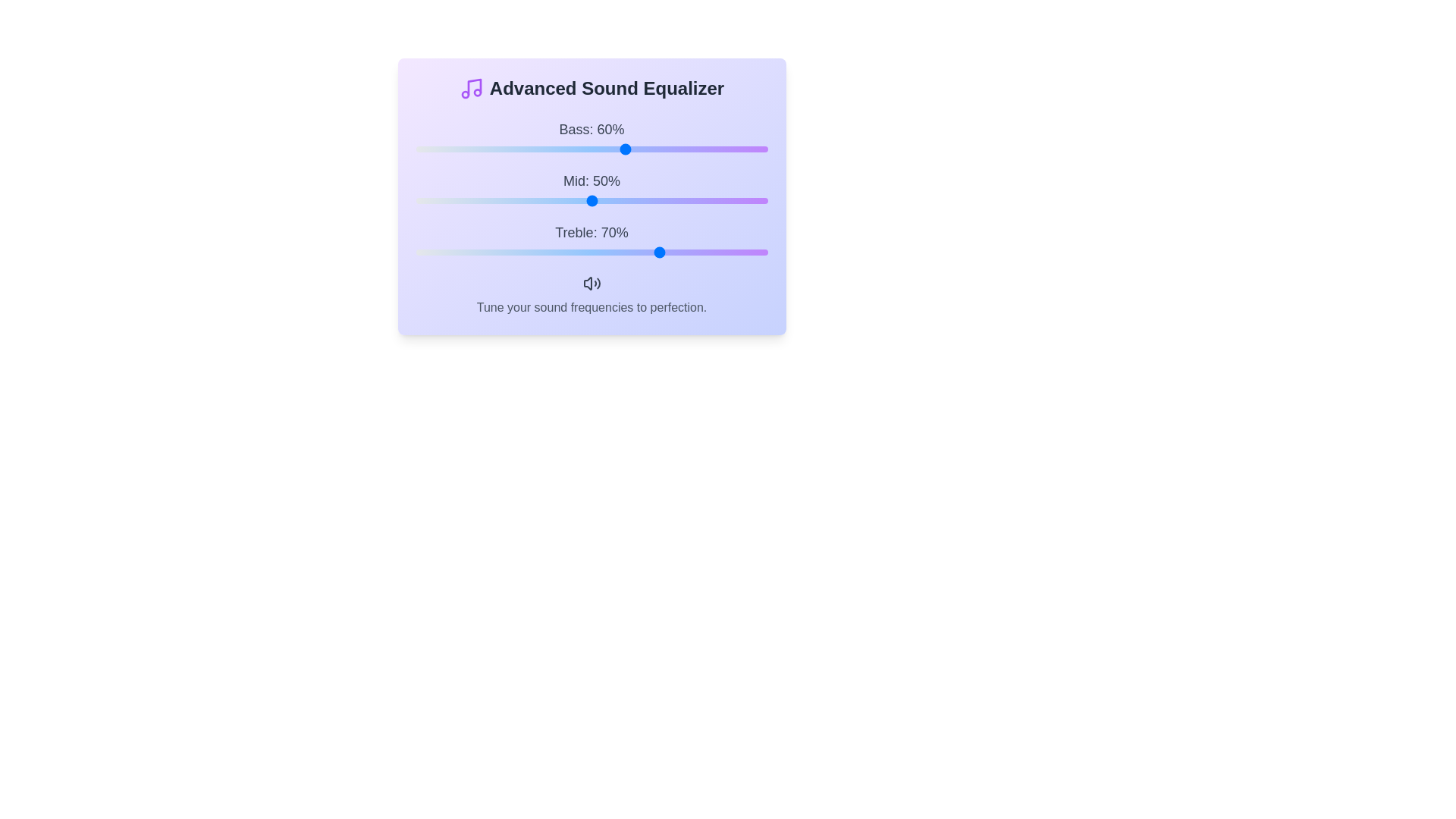 The height and width of the screenshot is (819, 1456). I want to click on the text header 'Advanced Sound Equalizer', so click(591, 88).